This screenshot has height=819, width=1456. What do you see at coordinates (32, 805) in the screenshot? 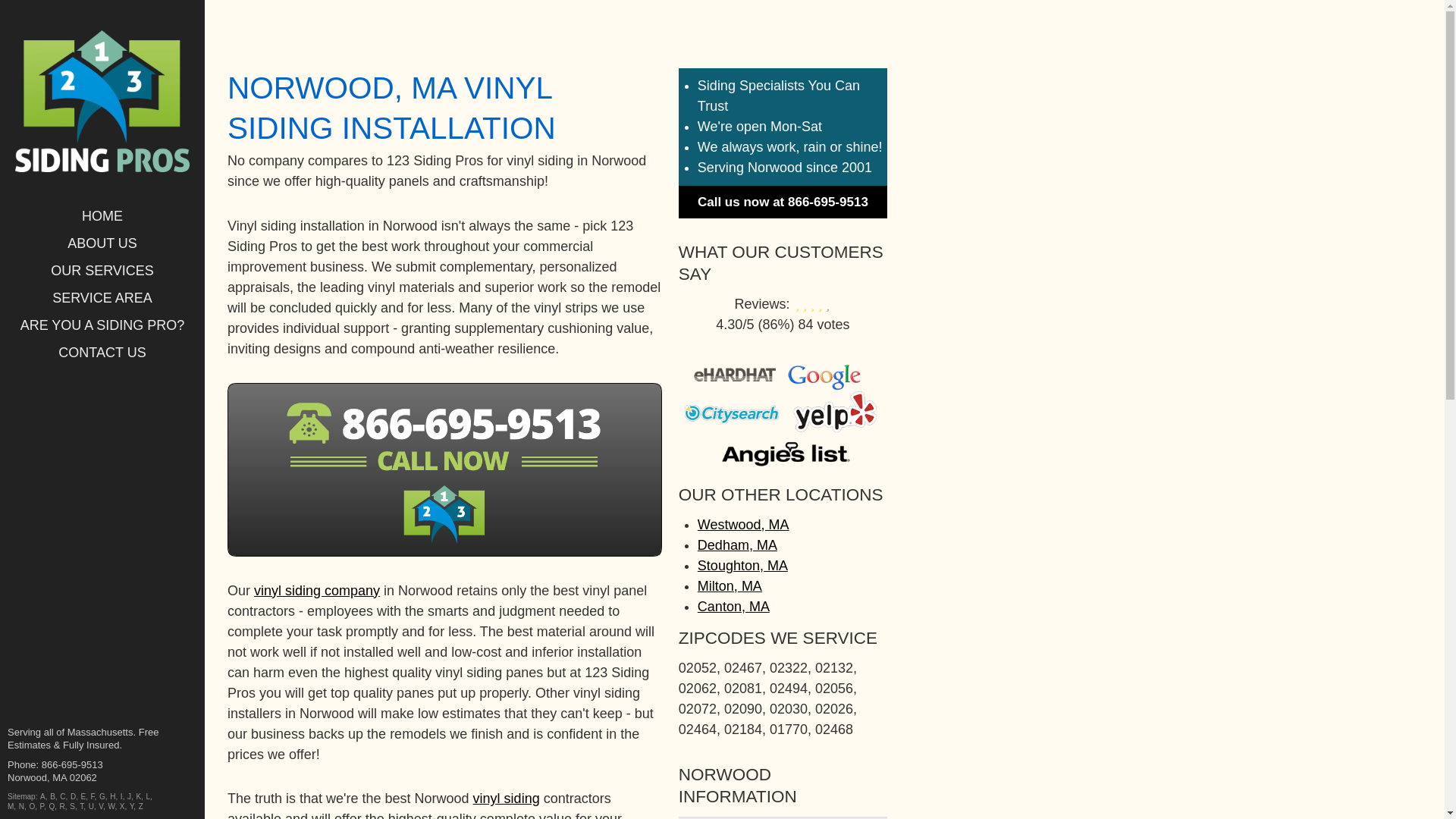
I see `'O'` at bounding box center [32, 805].